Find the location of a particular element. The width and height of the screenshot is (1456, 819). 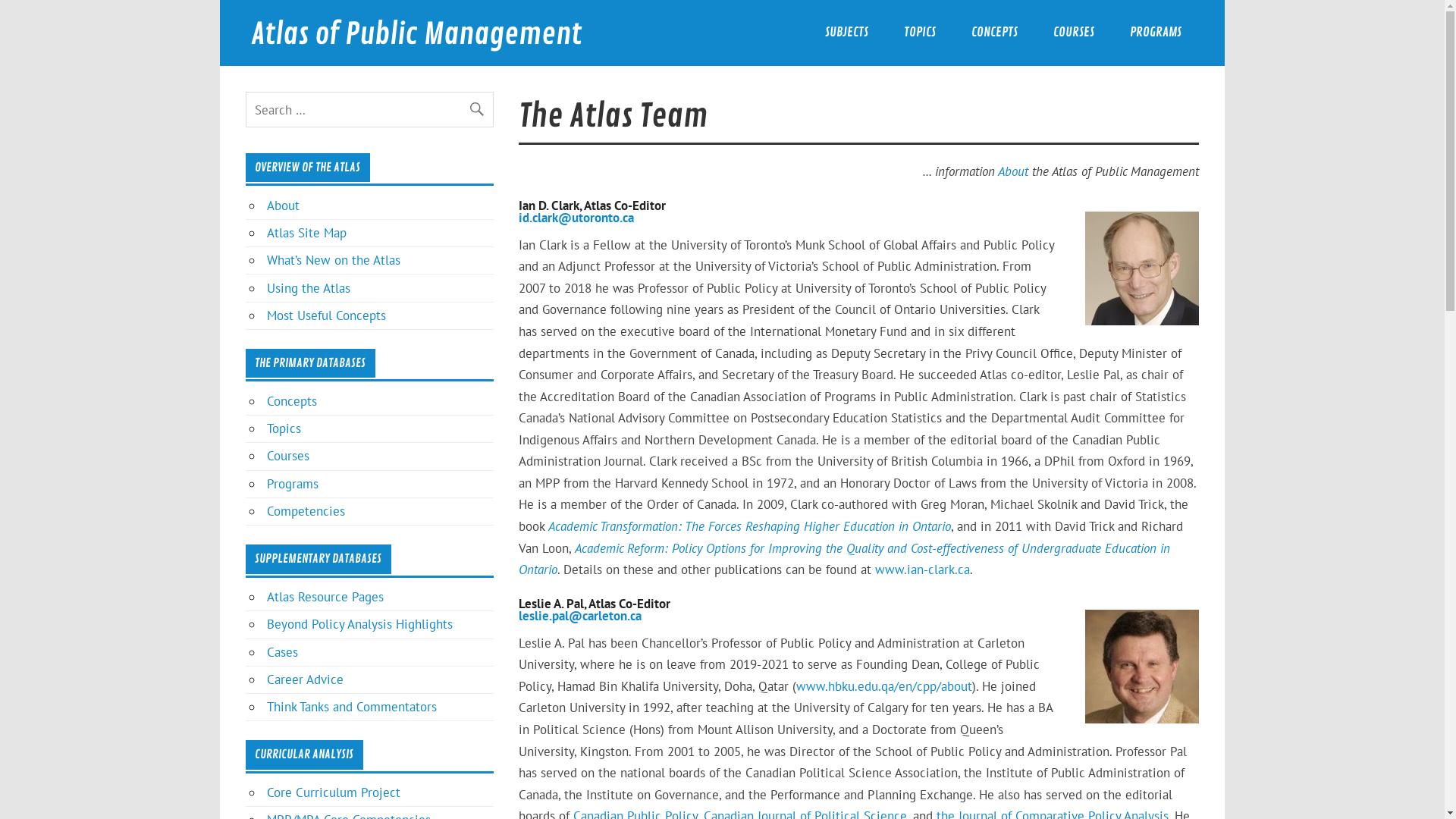

'Competencies' is located at coordinates (305, 511).